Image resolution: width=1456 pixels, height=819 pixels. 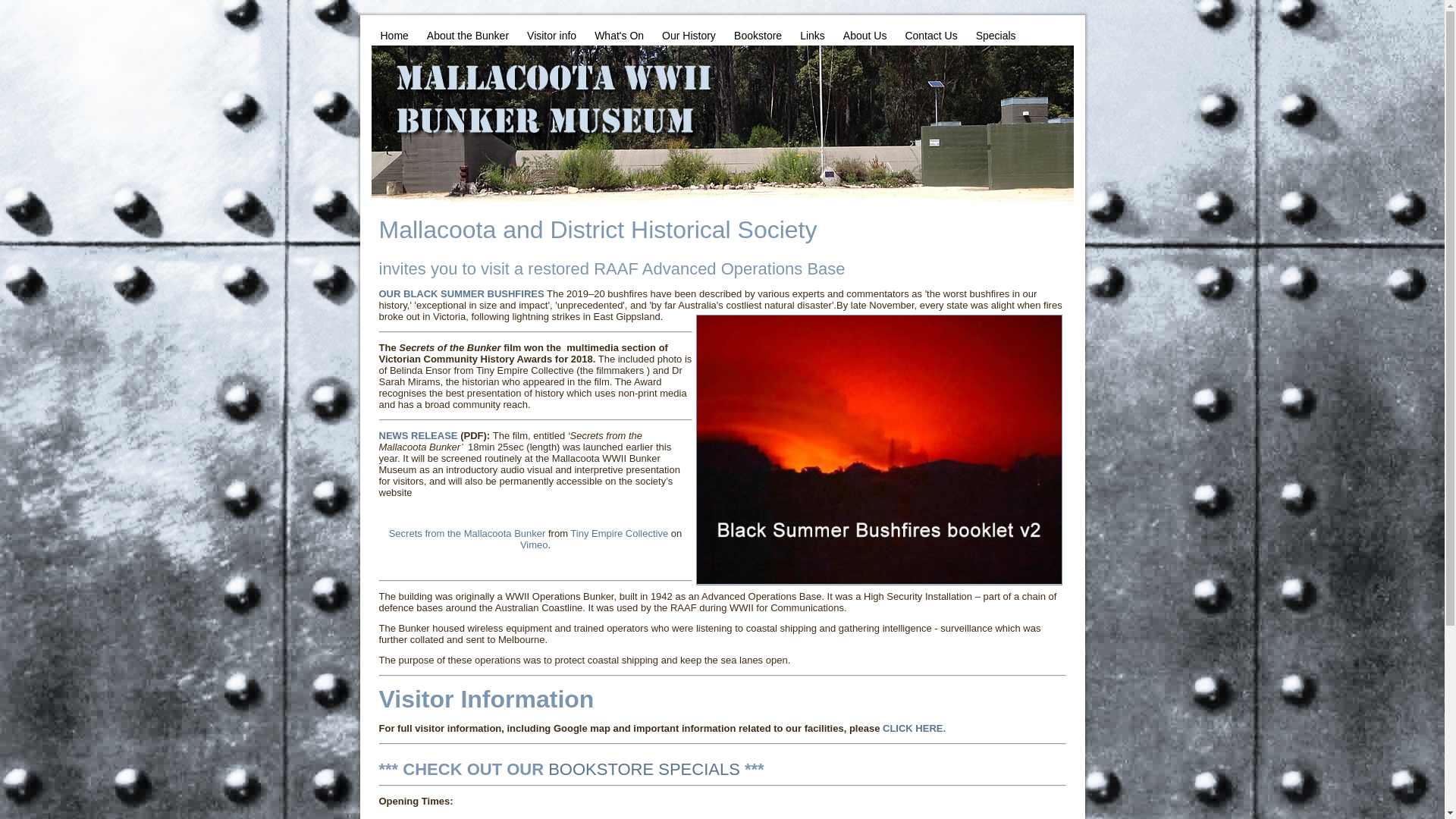 What do you see at coordinates (466, 532) in the screenshot?
I see `'Secrets from the Mallacoota Bunker'` at bounding box center [466, 532].